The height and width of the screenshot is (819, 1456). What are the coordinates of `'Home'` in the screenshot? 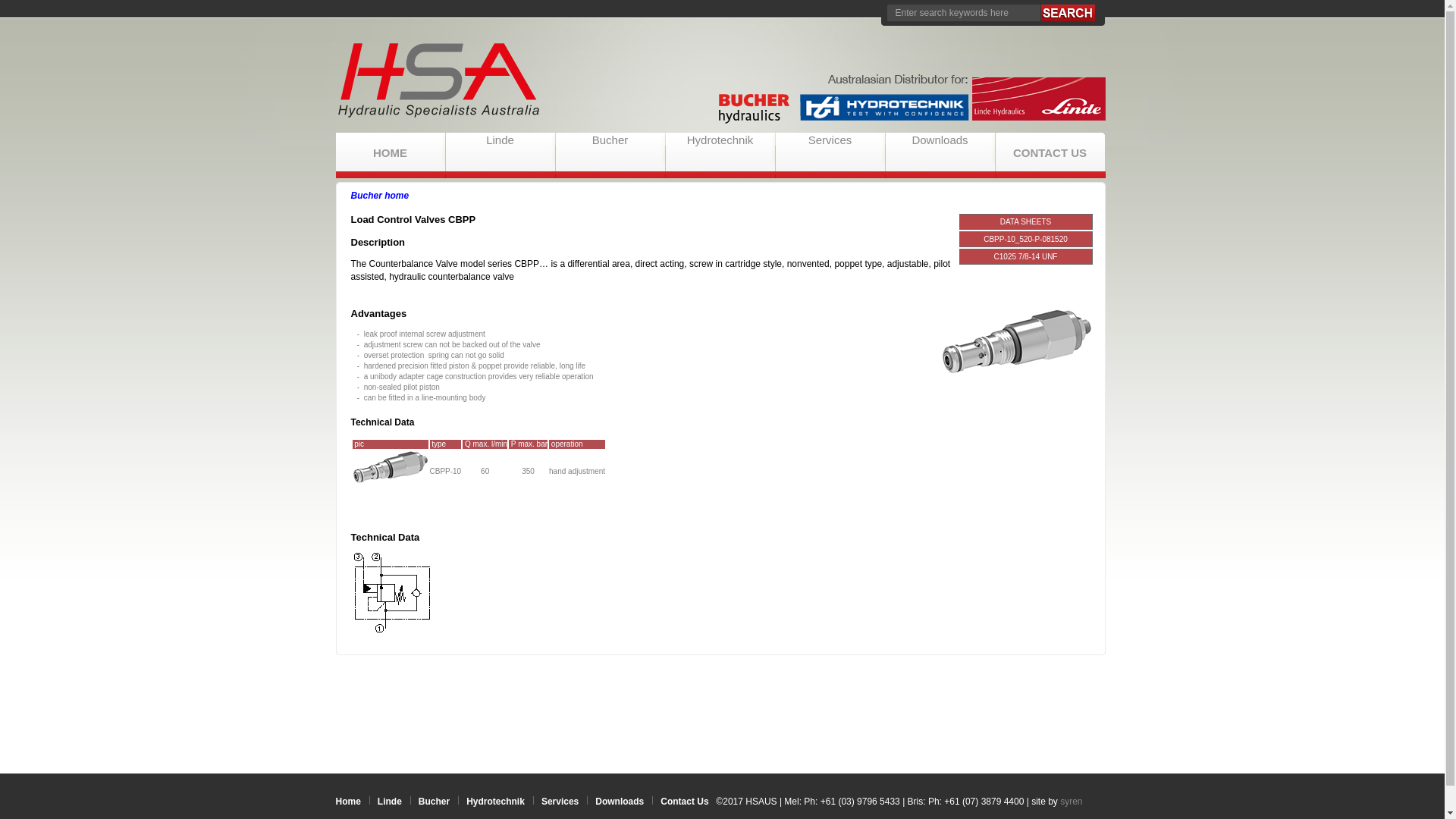 It's located at (347, 800).